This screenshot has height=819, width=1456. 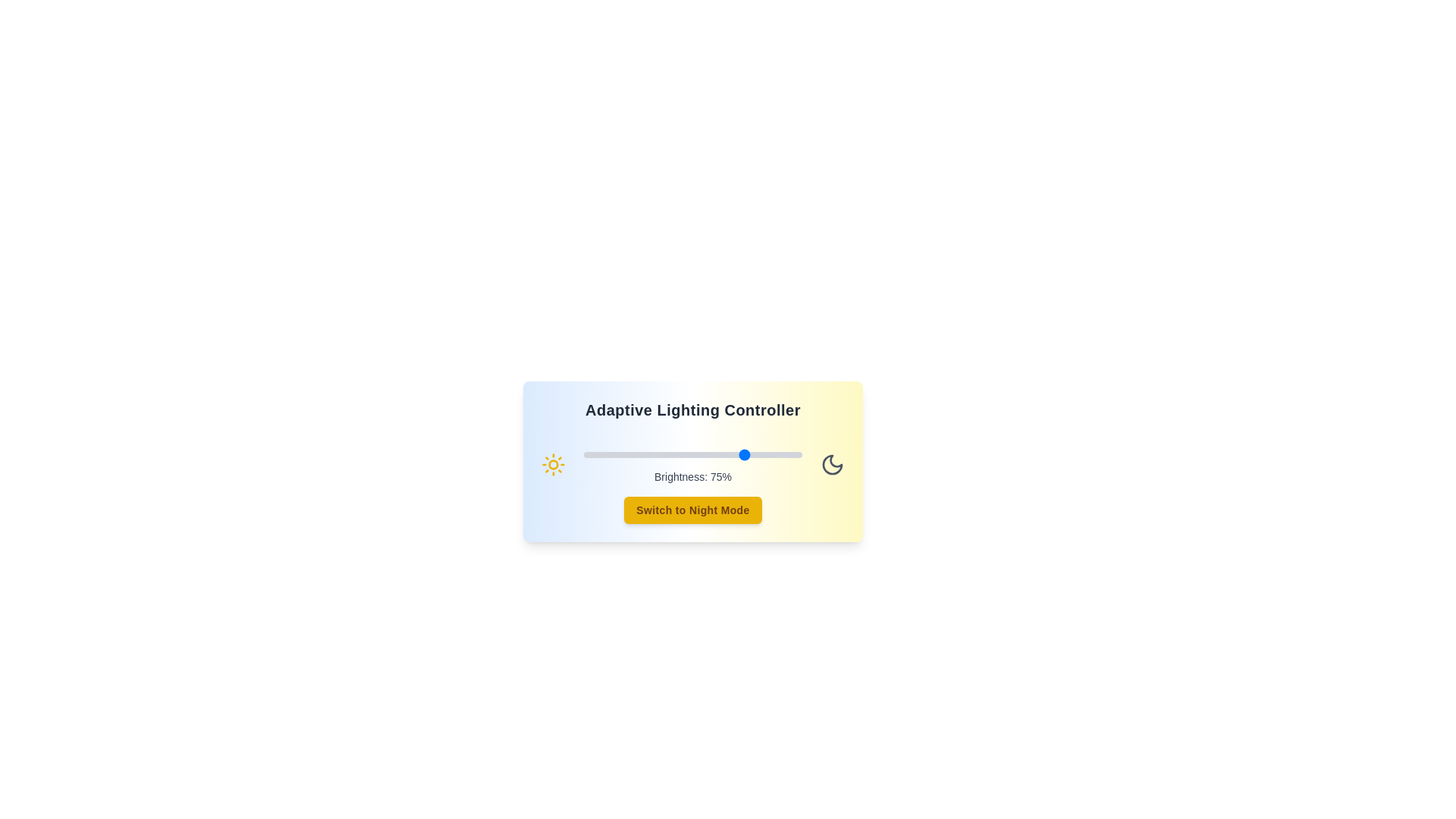 I want to click on the night mode toggle button located below the 'Brightness: 75%' progress bar in the 'Adaptive Lighting Controller' section, so click(x=692, y=510).